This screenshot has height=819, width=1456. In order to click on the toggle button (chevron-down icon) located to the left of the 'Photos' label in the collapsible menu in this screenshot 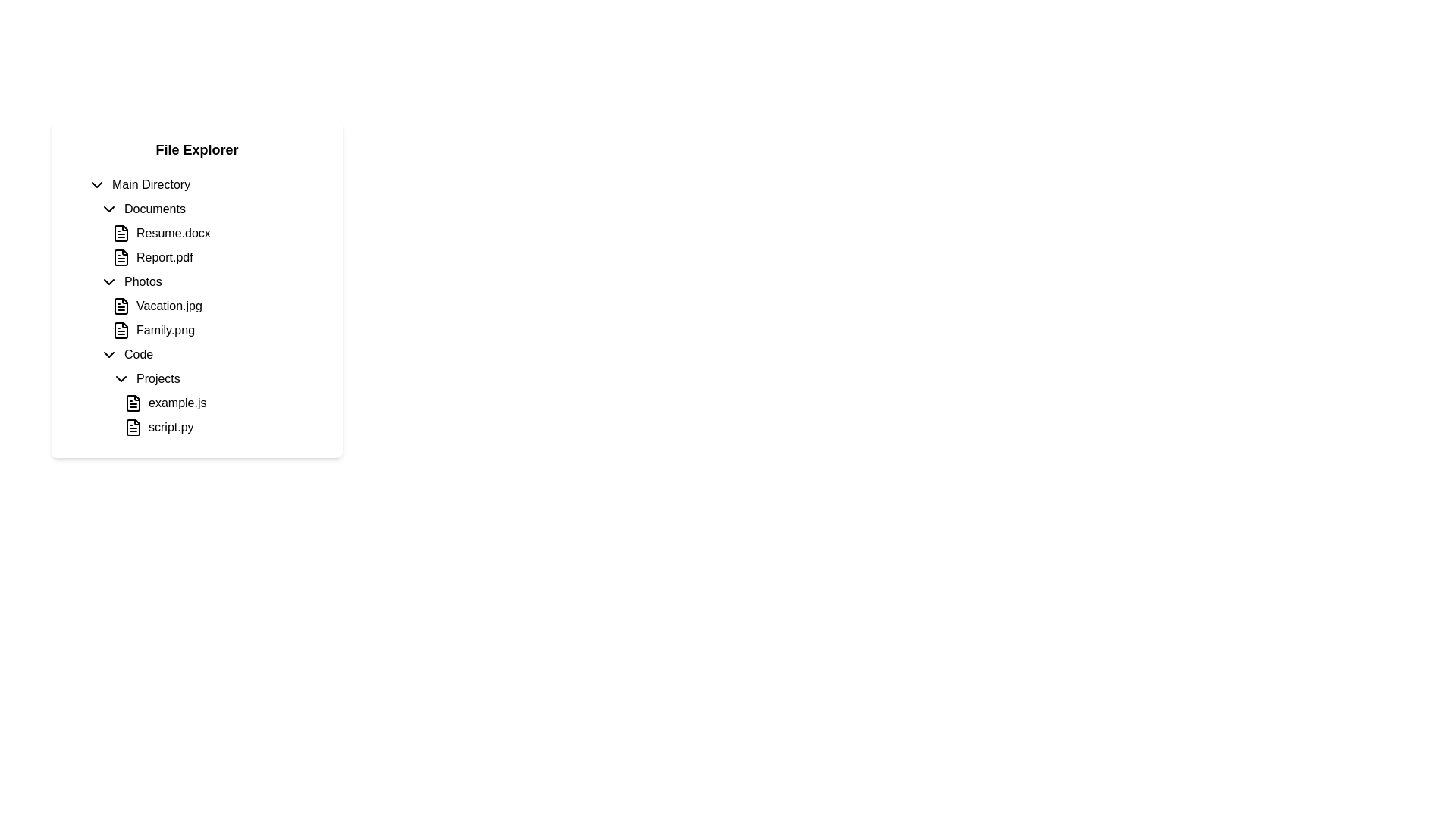, I will do `click(108, 281)`.